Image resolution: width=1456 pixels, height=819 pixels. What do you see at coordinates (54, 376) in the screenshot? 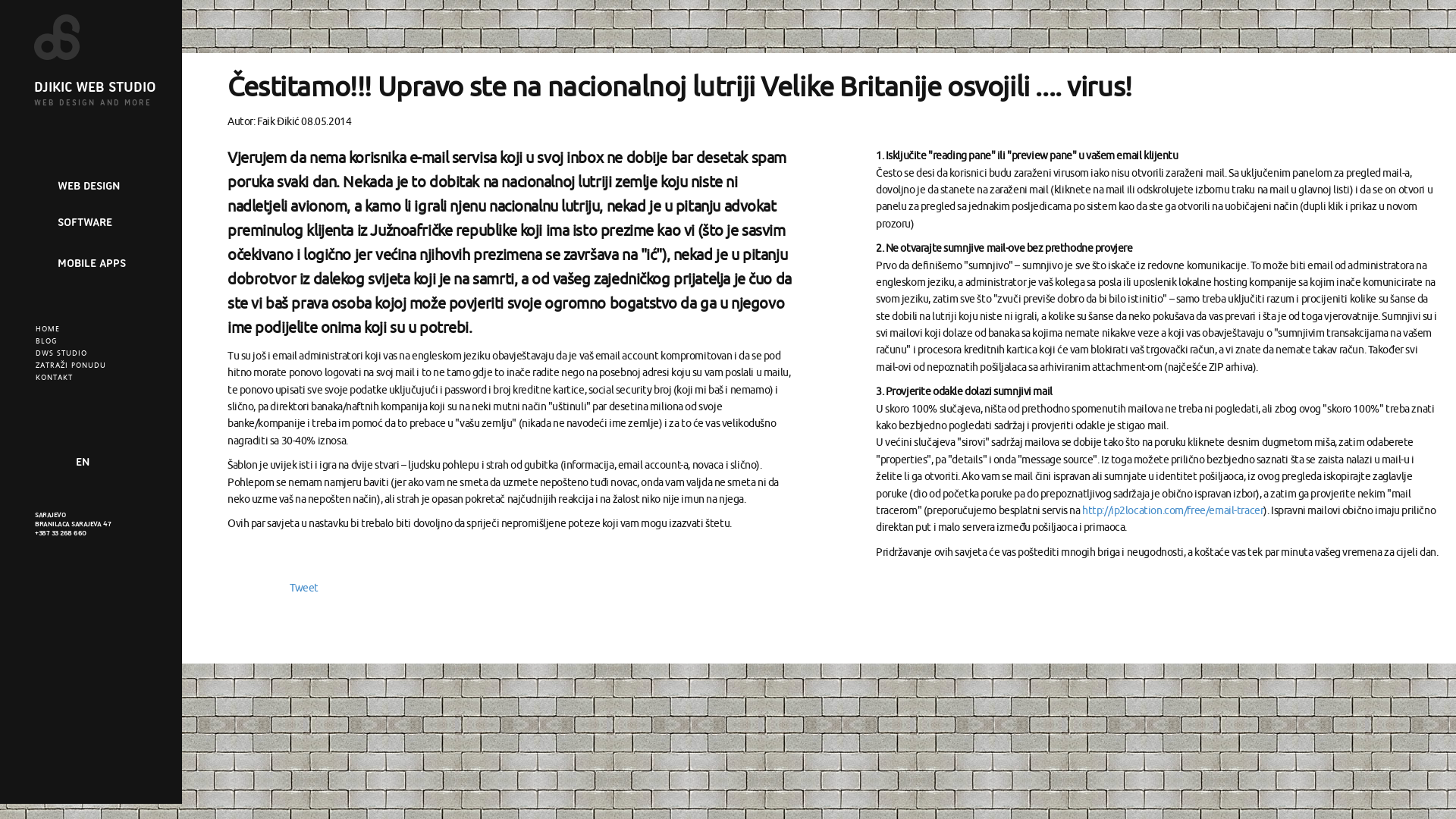
I see `'KONTAKT'` at bounding box center [54, 376].